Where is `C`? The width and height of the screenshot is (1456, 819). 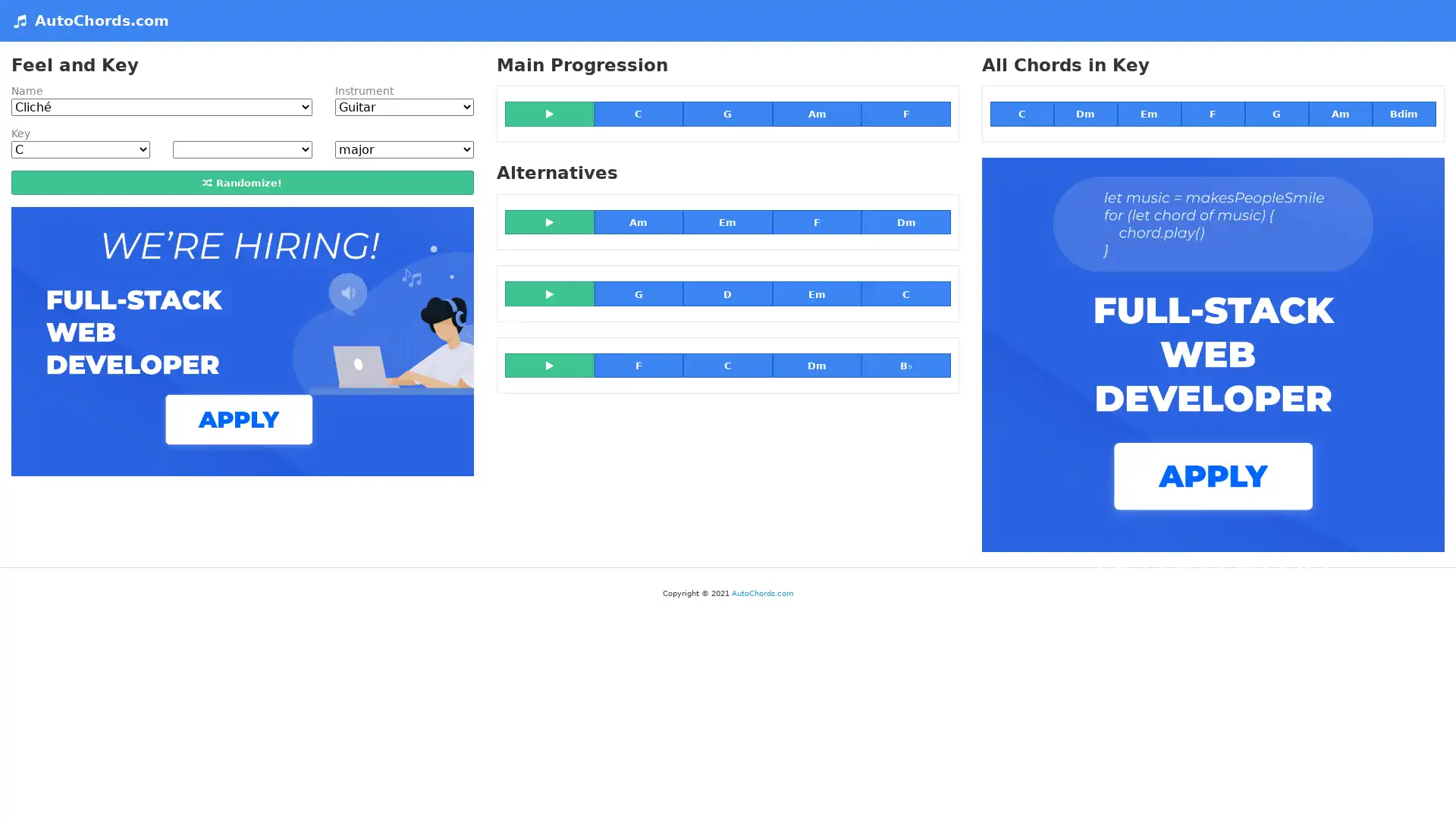
C is located at coordinates (638, 113).